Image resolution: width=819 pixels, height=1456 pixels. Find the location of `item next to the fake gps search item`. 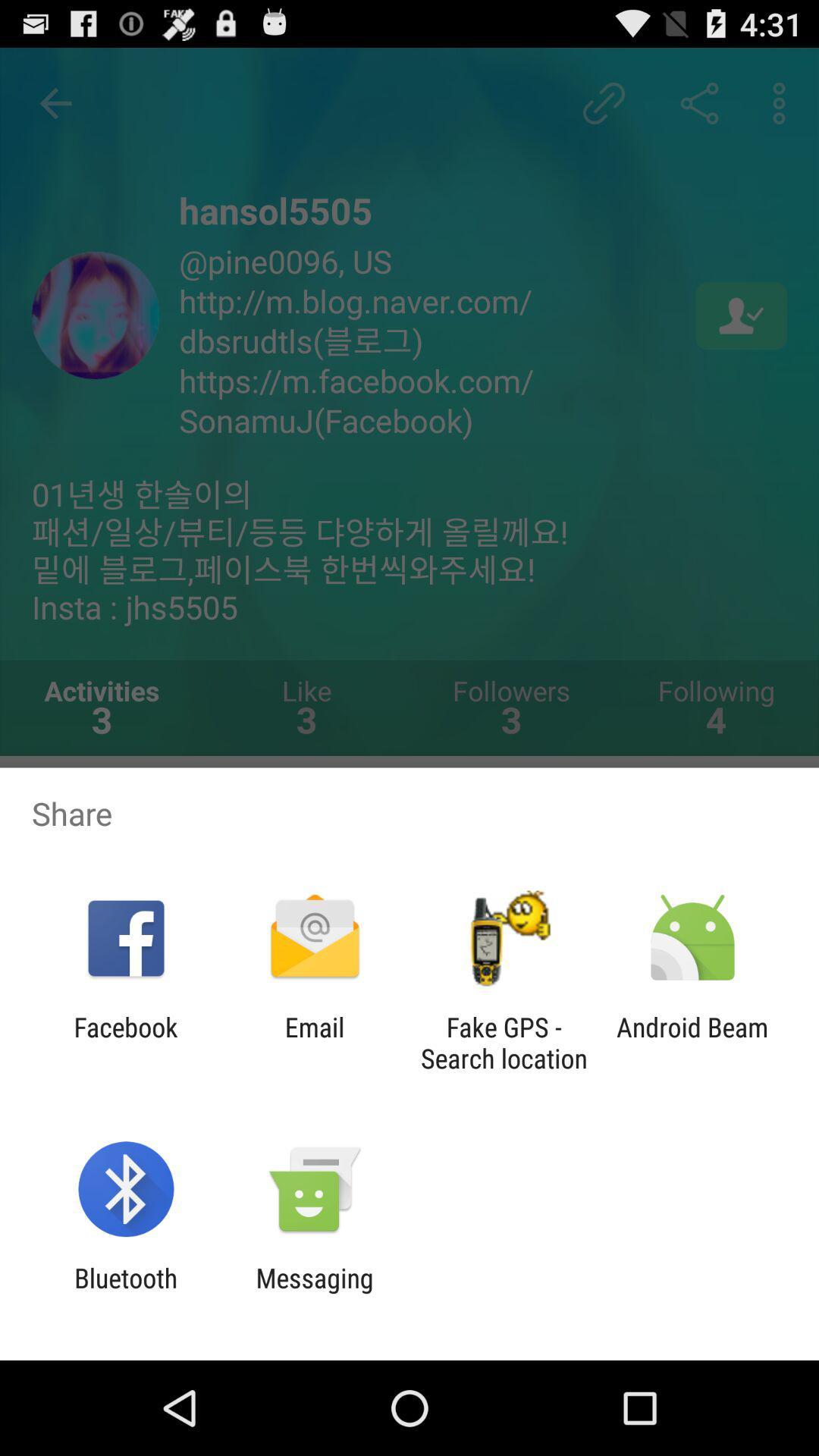

item next to the fake gps search item is located at coordinates (692, 1042).